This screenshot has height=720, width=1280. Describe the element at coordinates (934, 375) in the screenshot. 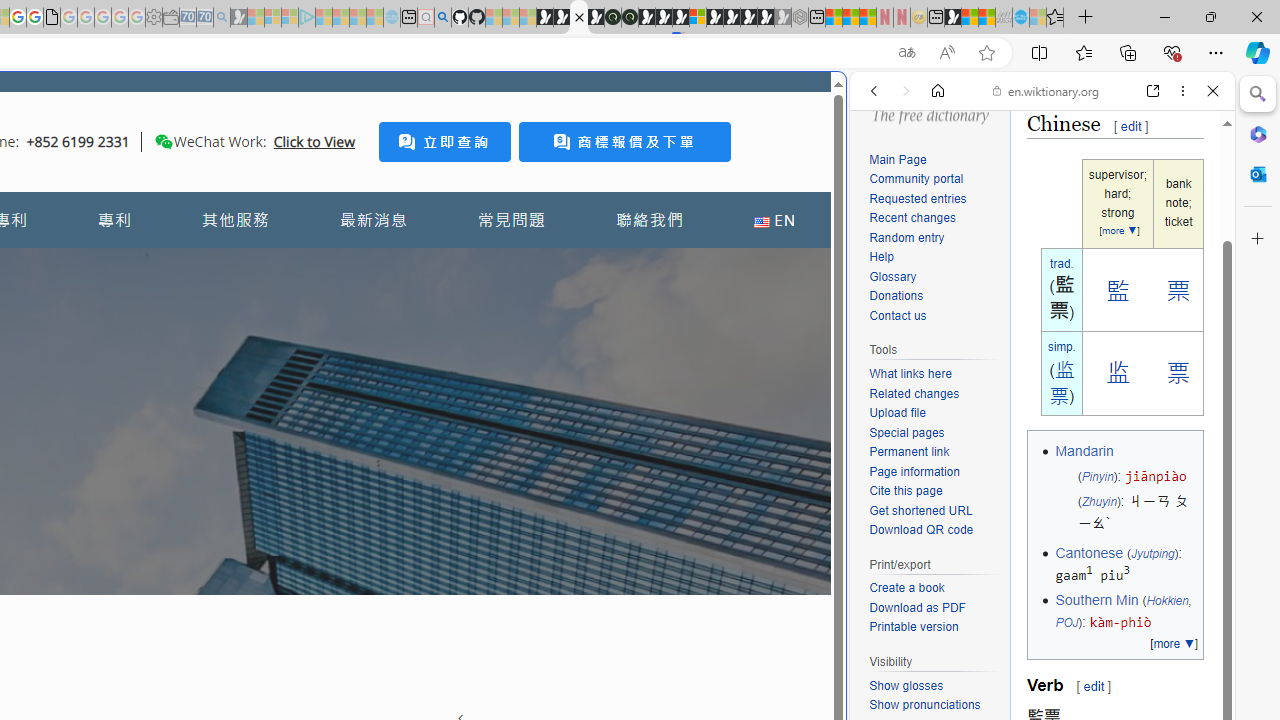

I see `'What links here'` at that location.